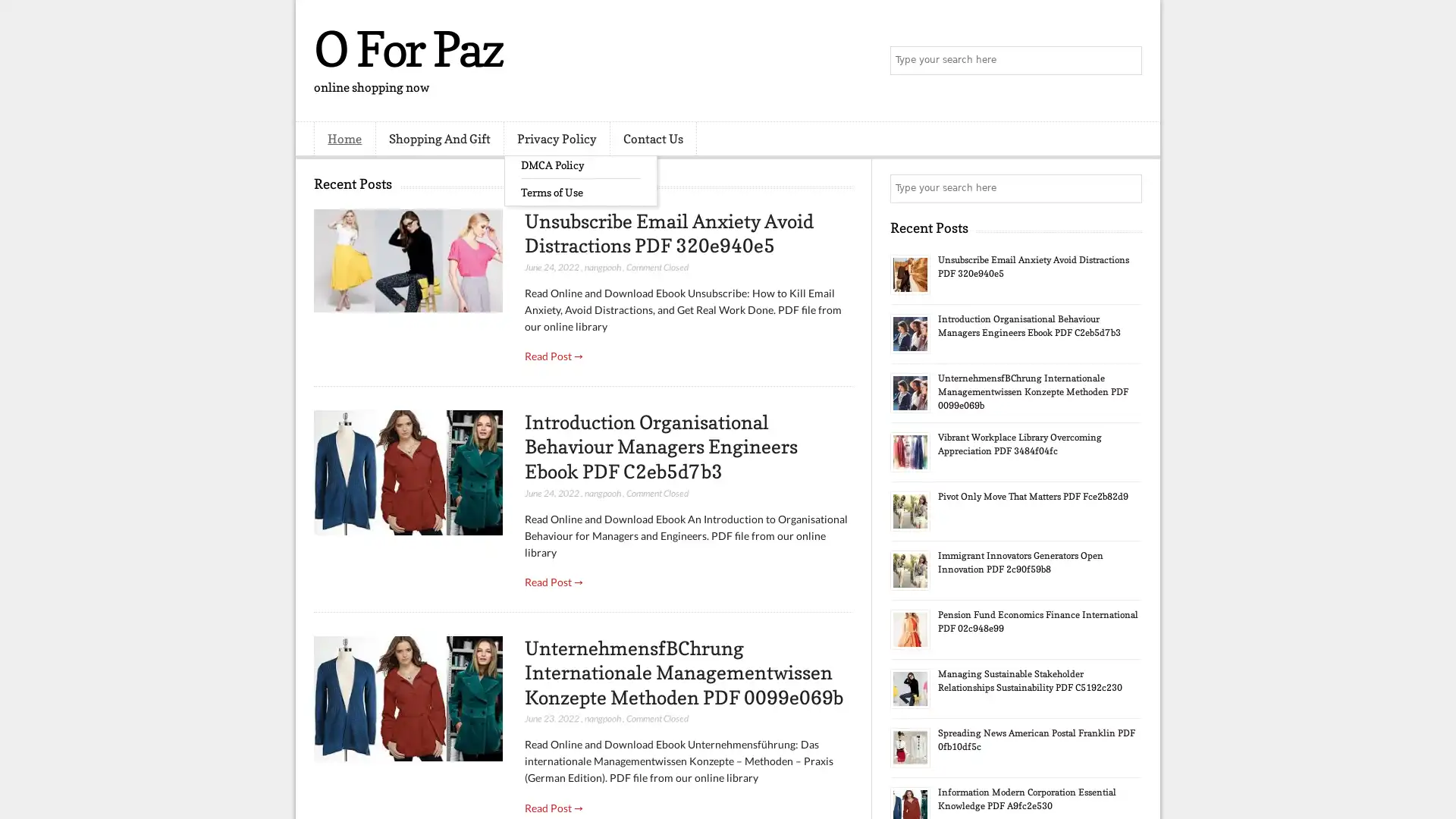  What do you see at coordinates (1126, 61) in the screenshot?
I see `Search` at bounding box center [1126, 61].